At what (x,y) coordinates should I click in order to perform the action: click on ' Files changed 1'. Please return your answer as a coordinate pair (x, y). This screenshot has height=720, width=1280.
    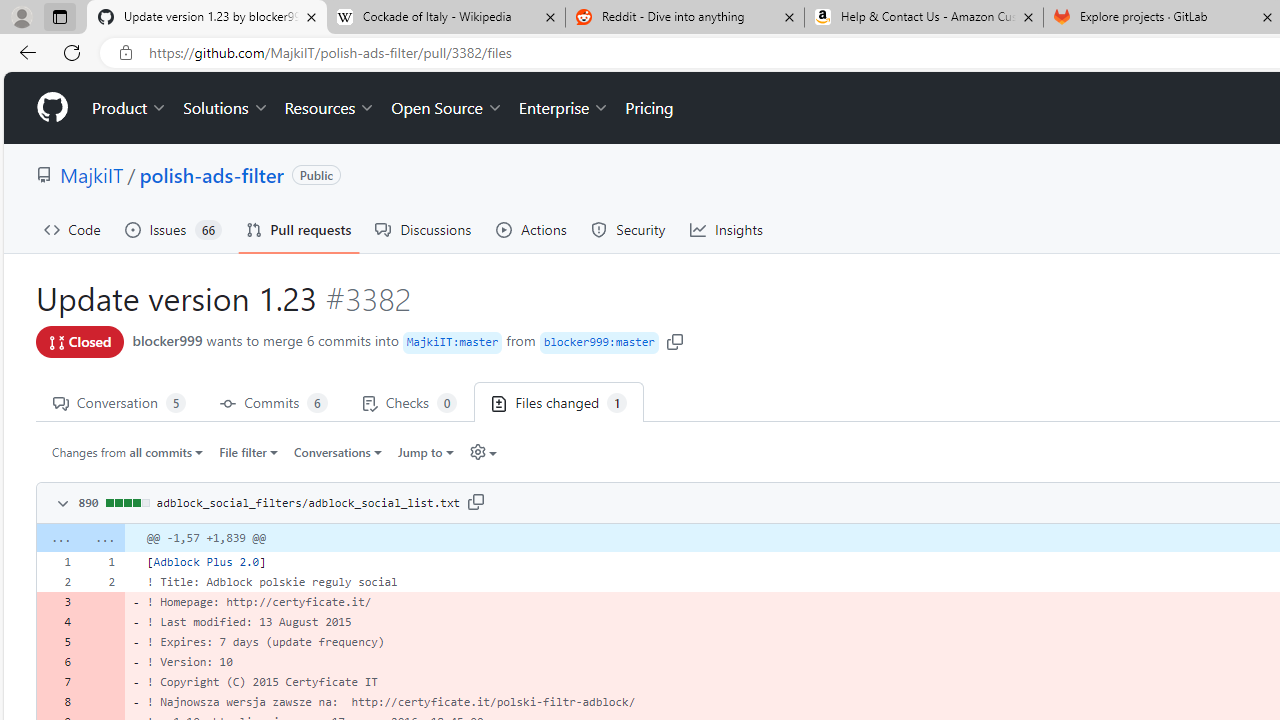
    Looking at the image, I should click on (559, 402).